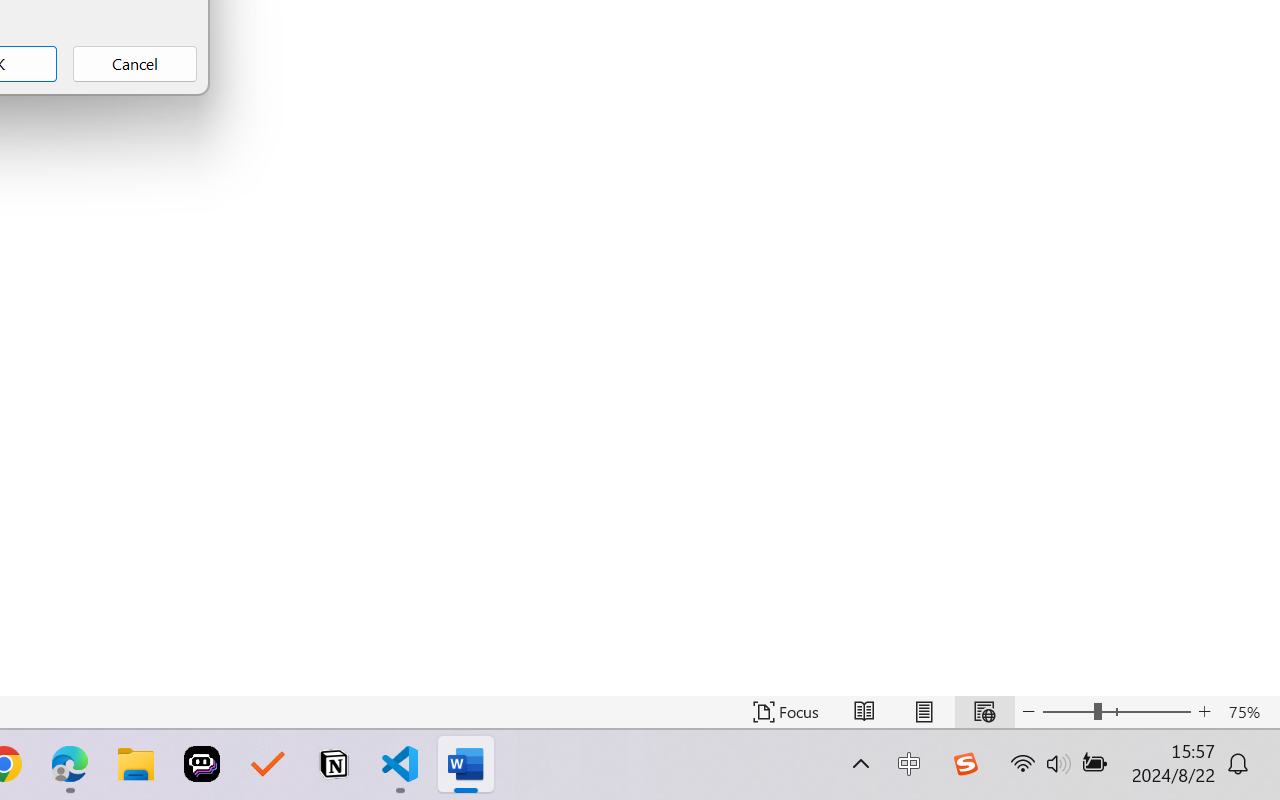 The image size is (1280, 800). What do you see at coordinates (1248, 711) in the screenshot?
I see `'Zoom 75%'` at bounding box center [1248, 711].